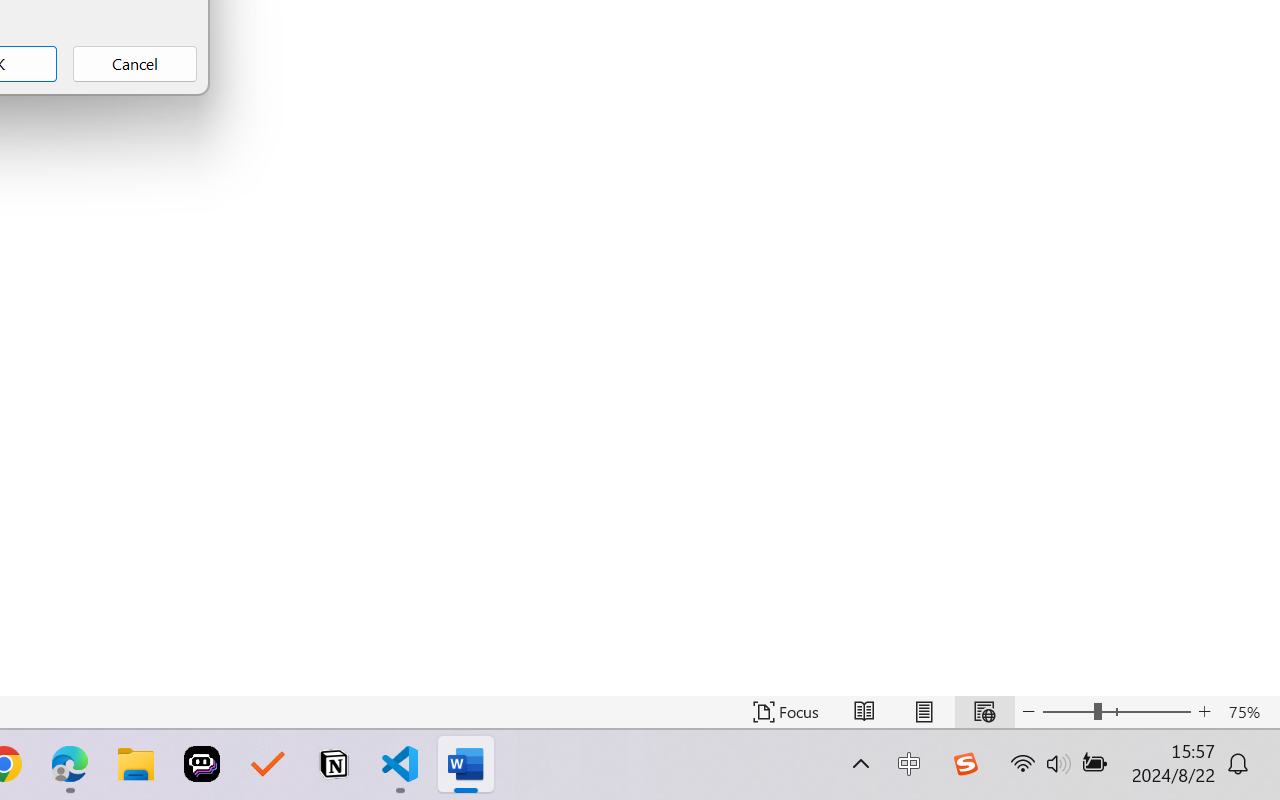 The image size is (1280, 800). What do you see at coordinates (1248, 711) in the screenshot?
I see `'Zoom 75%'` at bounding box center [1248, 711].